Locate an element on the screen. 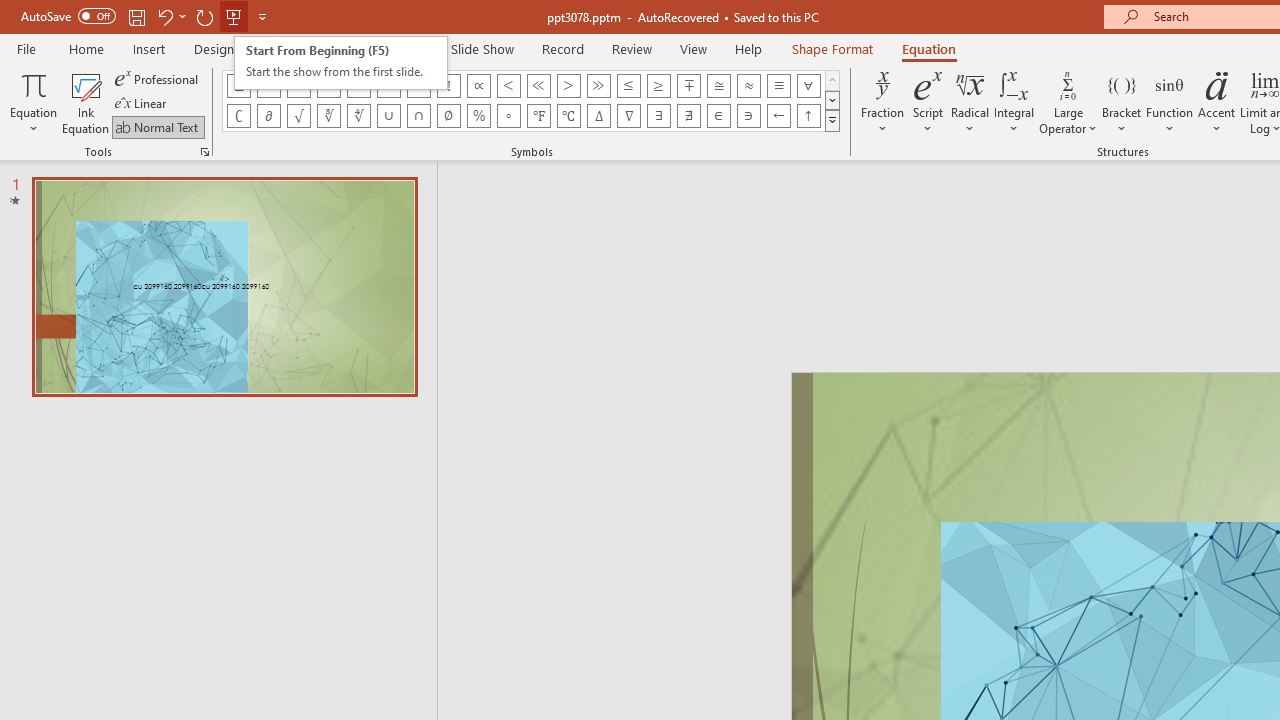 The width and height of the screenshot is (1280, 720). 'Equation Symbol For All' is located at coordinates (808, 85).